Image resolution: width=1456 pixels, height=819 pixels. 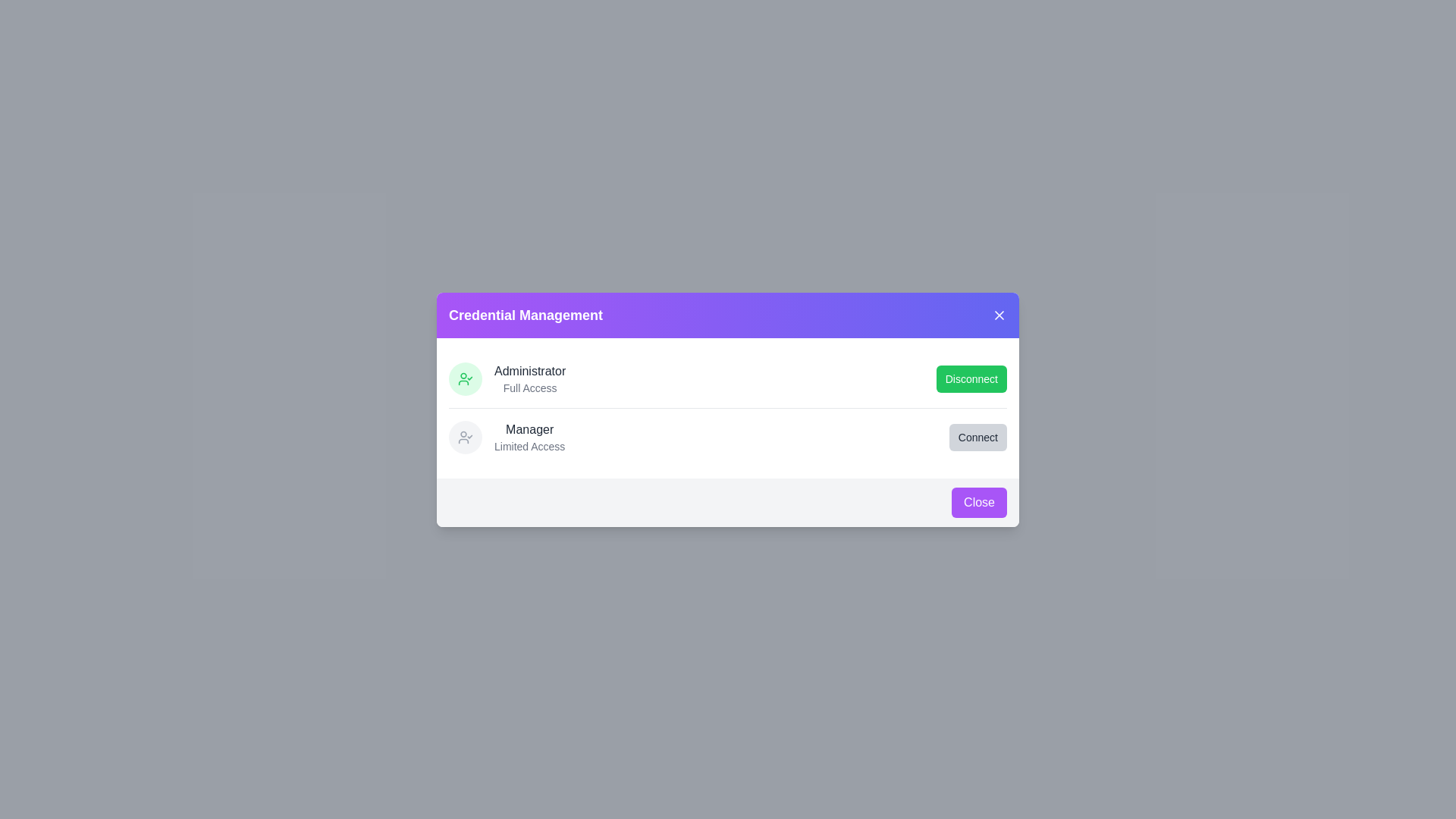 What do you see at coordinates (530, 378) in the screenshot?
I see `the first item in the 'Credential Management' modal dialog, which consists of two stacked labels: 'Administrator' in bold dark text and 'Full Access' in smaller lighter text, positioned to the right of a green circular icon` at bounding box center [530, 378].